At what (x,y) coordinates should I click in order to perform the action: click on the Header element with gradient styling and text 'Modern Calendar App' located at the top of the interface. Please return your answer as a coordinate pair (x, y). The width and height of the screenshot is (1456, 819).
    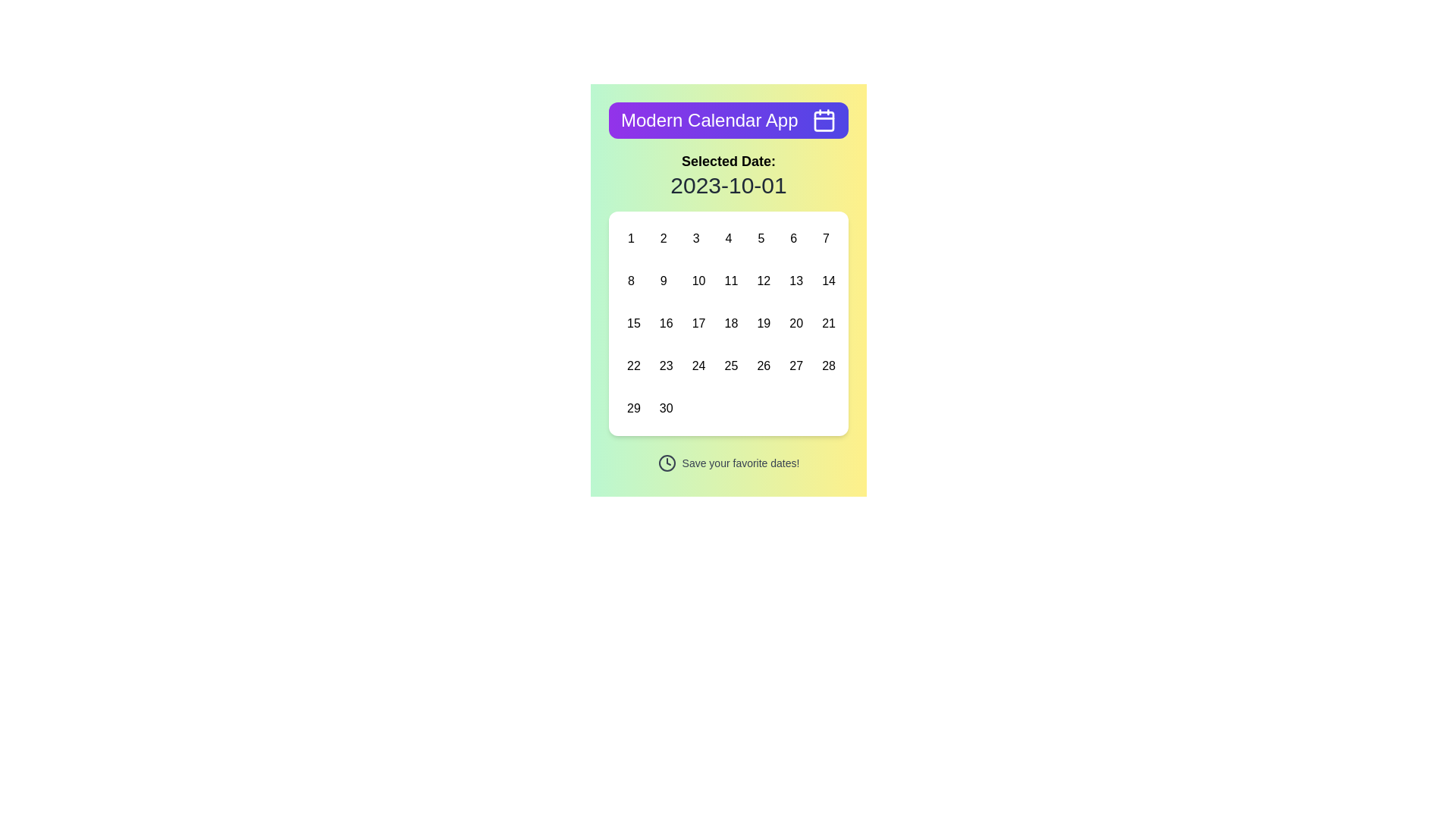
    Looking at the image, I should click on (728, 119).